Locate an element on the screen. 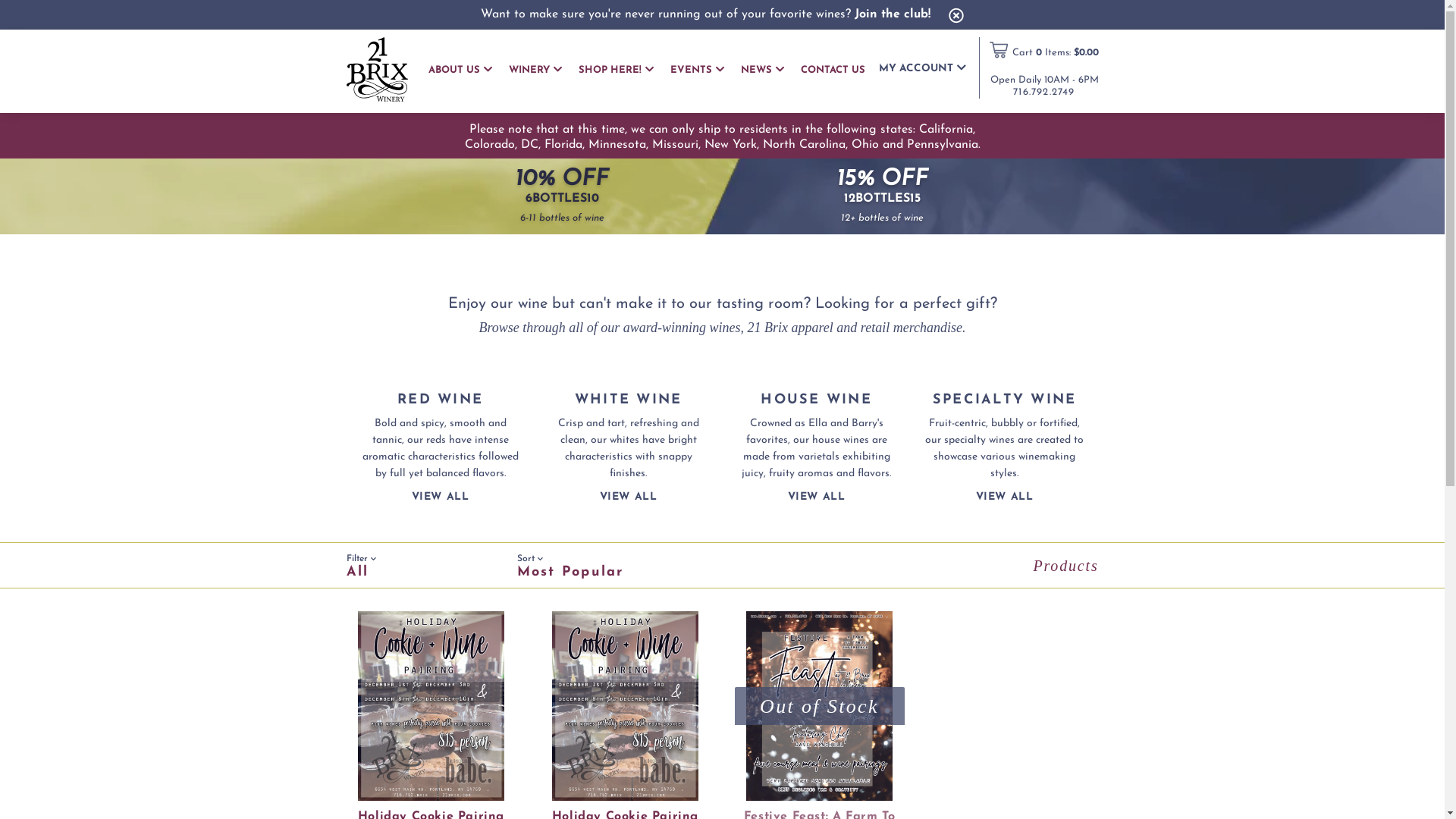  'CONTACT US' is located at coordinates (832, 70).